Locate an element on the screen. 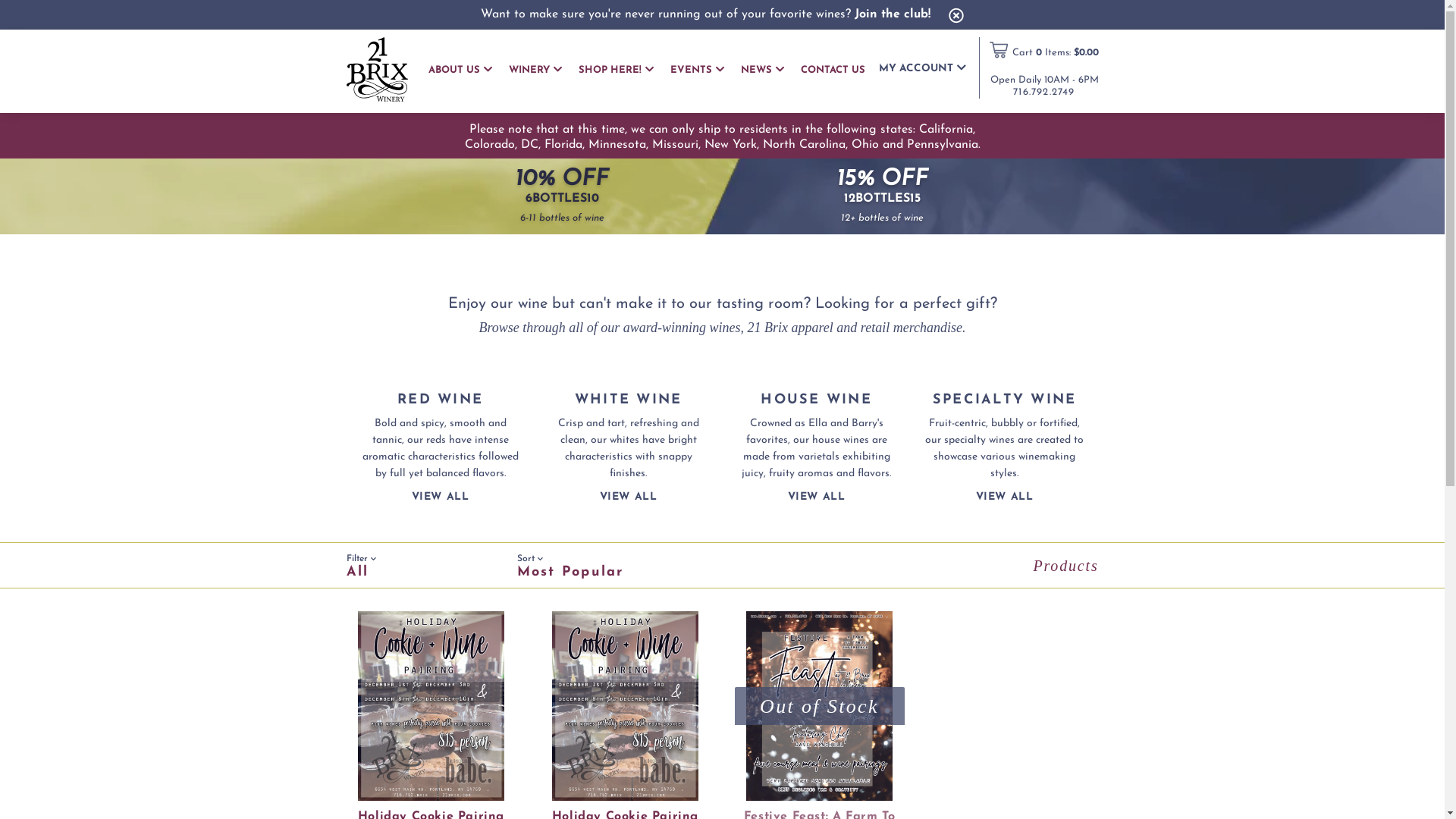  'CONTACT US' is located at coordinates (832, 70).